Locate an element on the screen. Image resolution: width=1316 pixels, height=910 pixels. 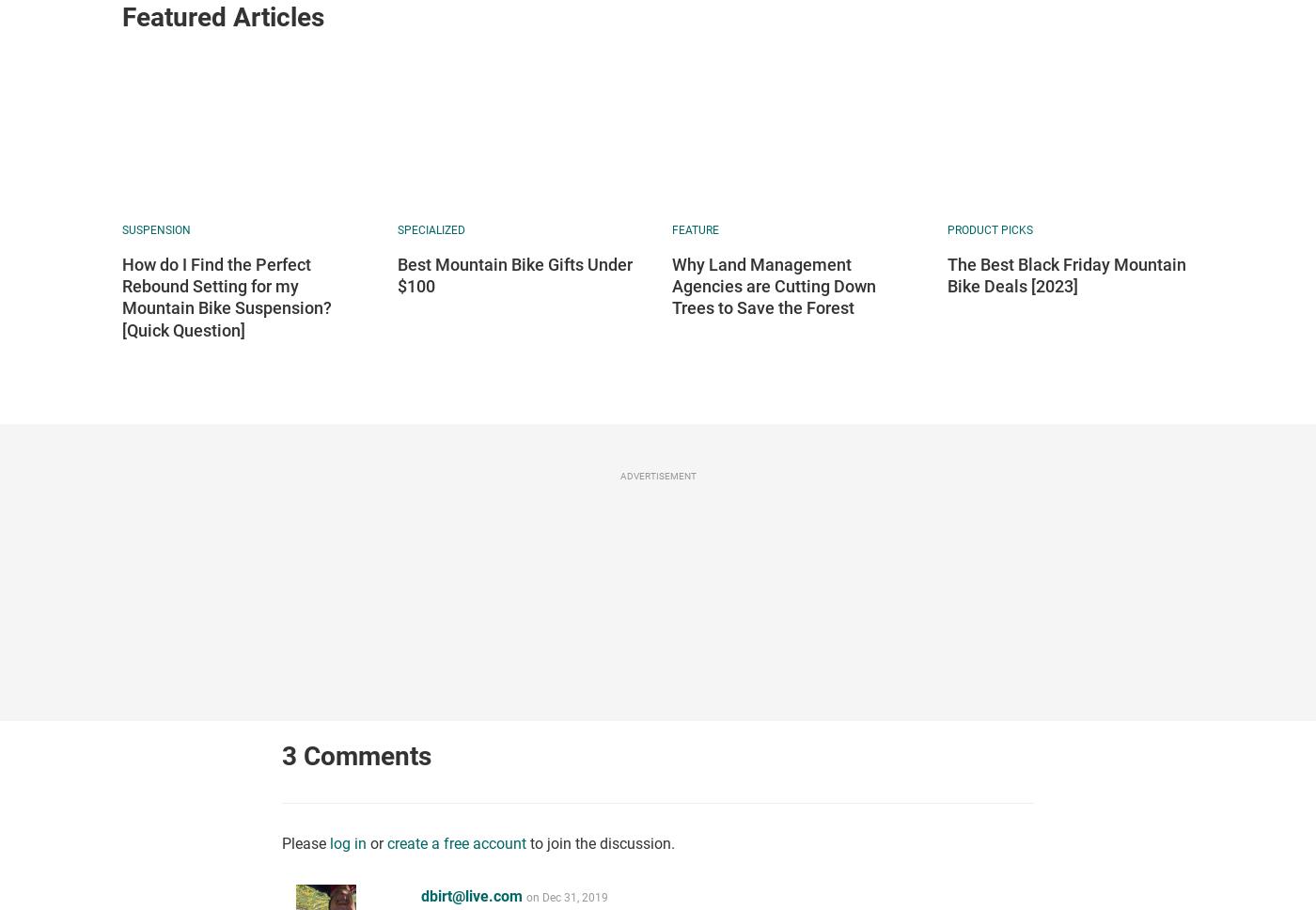
'The Best Black Friday Mountain Bike Deals [2023]' is located at coordinates (1066, 274).